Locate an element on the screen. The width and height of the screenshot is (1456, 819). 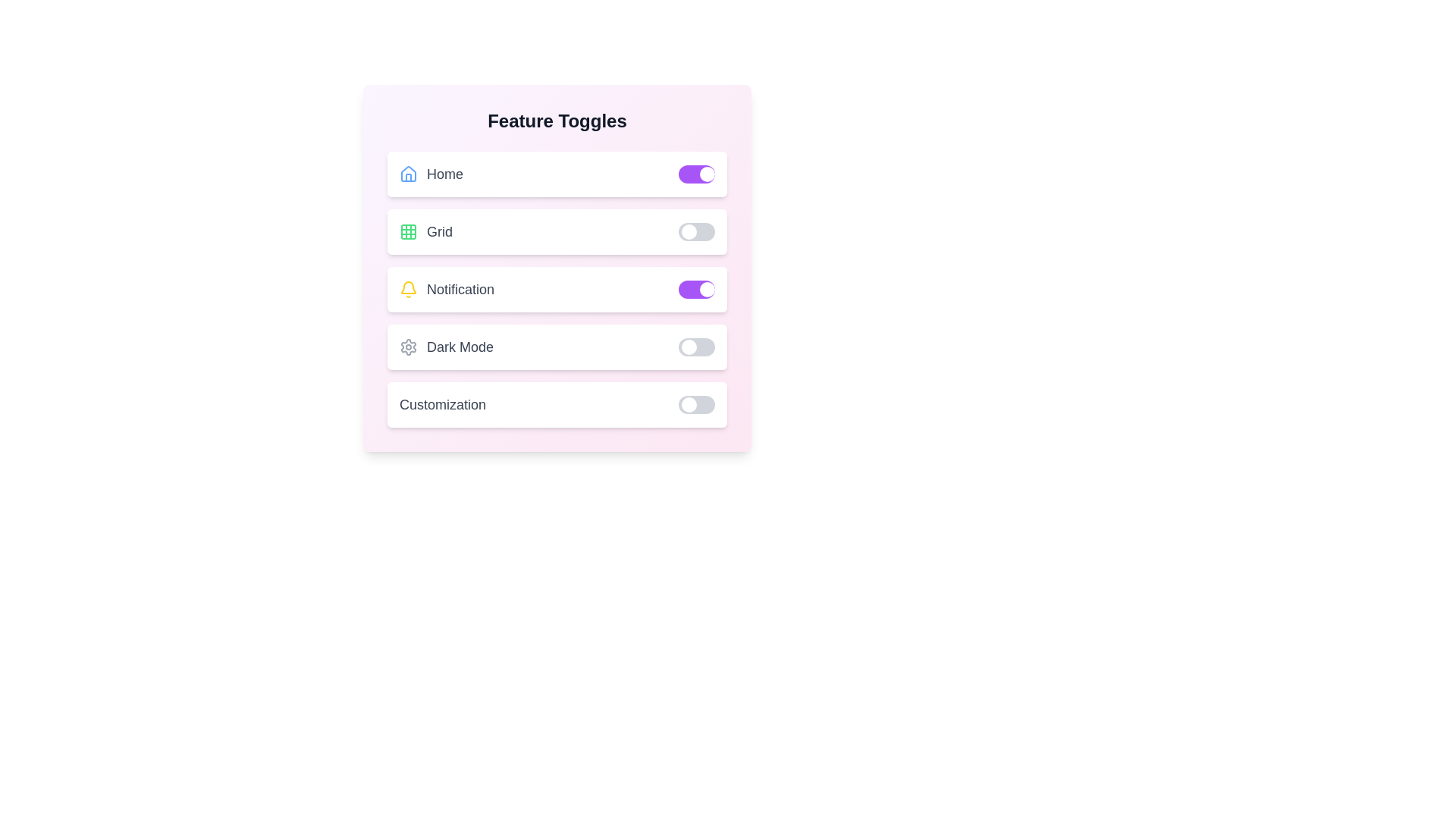
the toggle switch for the 'Grid' functionality located in the second row of toggleable features is located at coordinates (695, 231).